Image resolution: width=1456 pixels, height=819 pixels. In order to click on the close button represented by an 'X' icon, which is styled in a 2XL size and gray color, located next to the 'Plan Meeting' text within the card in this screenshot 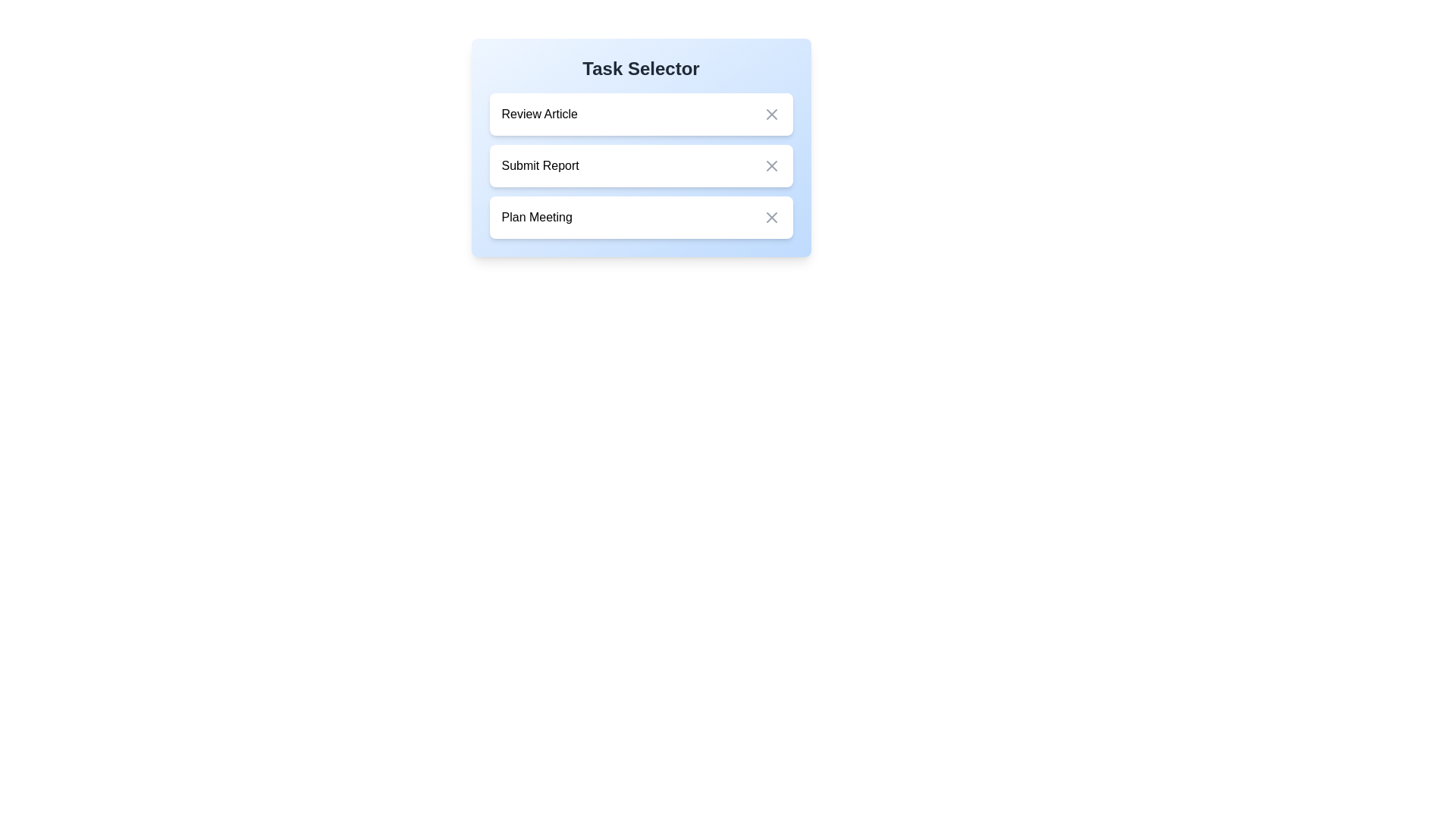, I will do `click(771, 217)`.